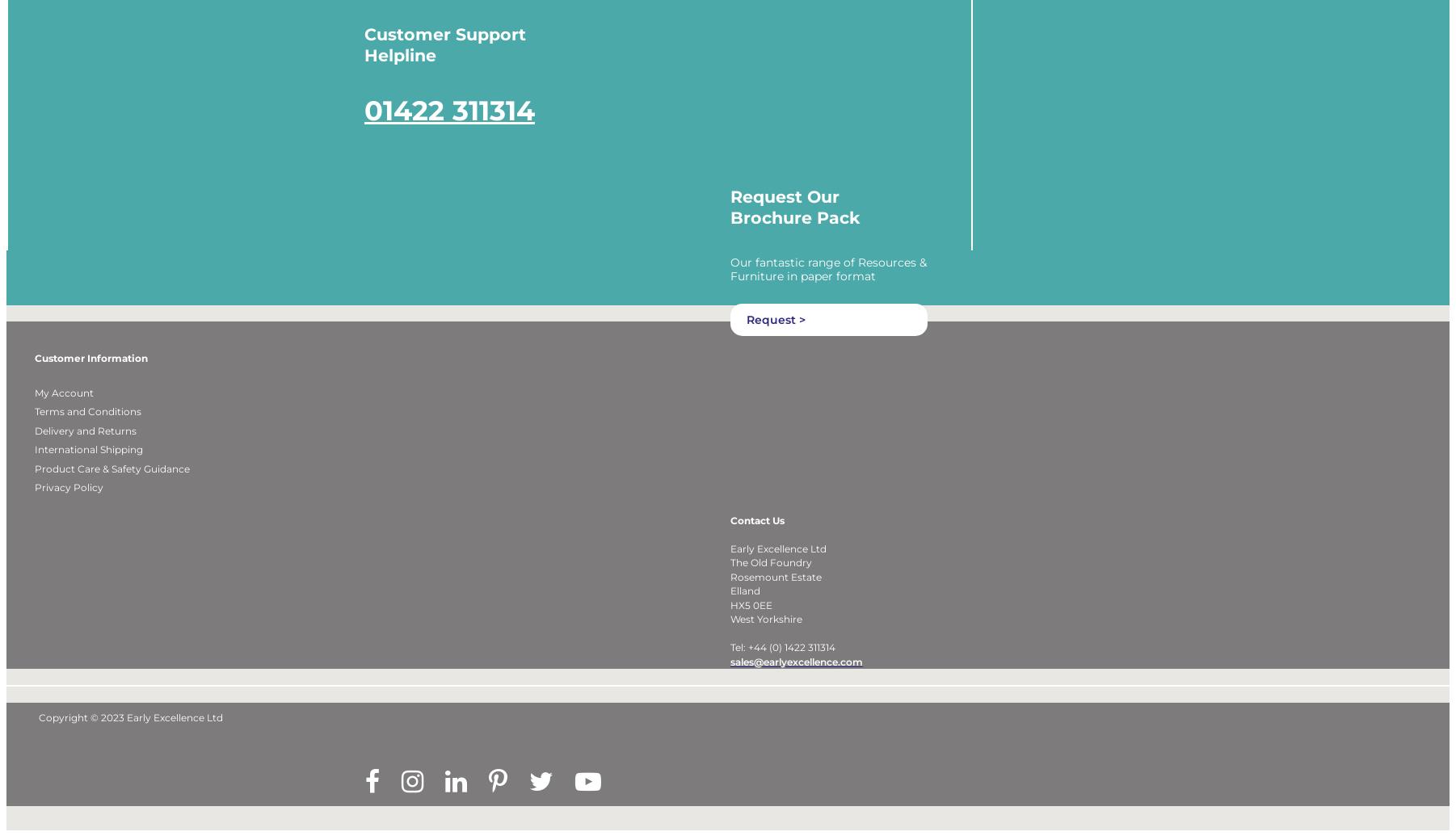  Describe the element at coordinates (796, 682) in the screenshot. I see `'sales@earlyexcellence.com'` at that location.